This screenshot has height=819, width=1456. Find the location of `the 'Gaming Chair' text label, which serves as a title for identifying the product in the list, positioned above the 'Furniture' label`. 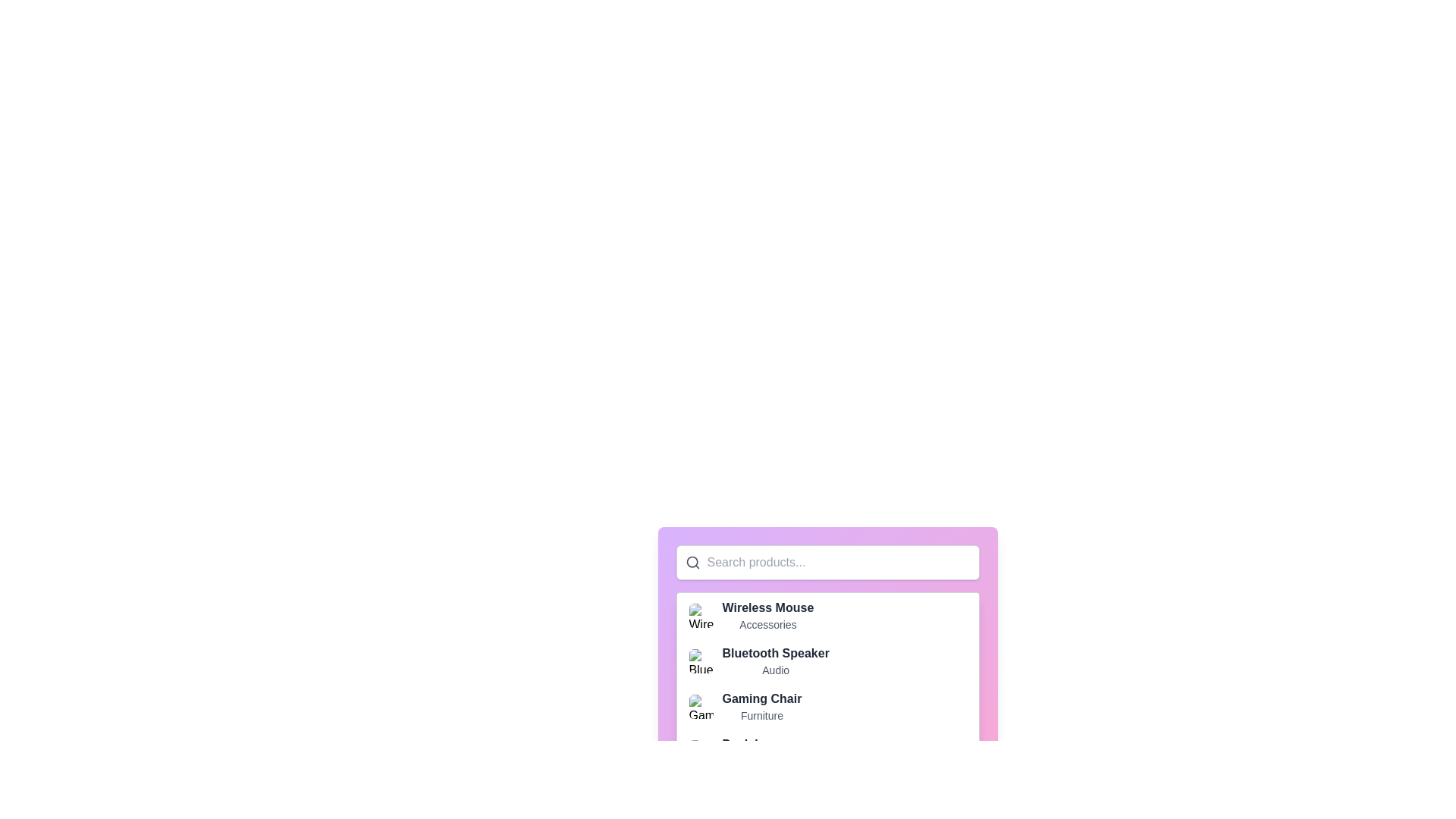

the 'Gaming Chair' text label, which serves as a title for identifying the product in the list, positioned above the 'Furniture' label is located at coordinates (761, 698).